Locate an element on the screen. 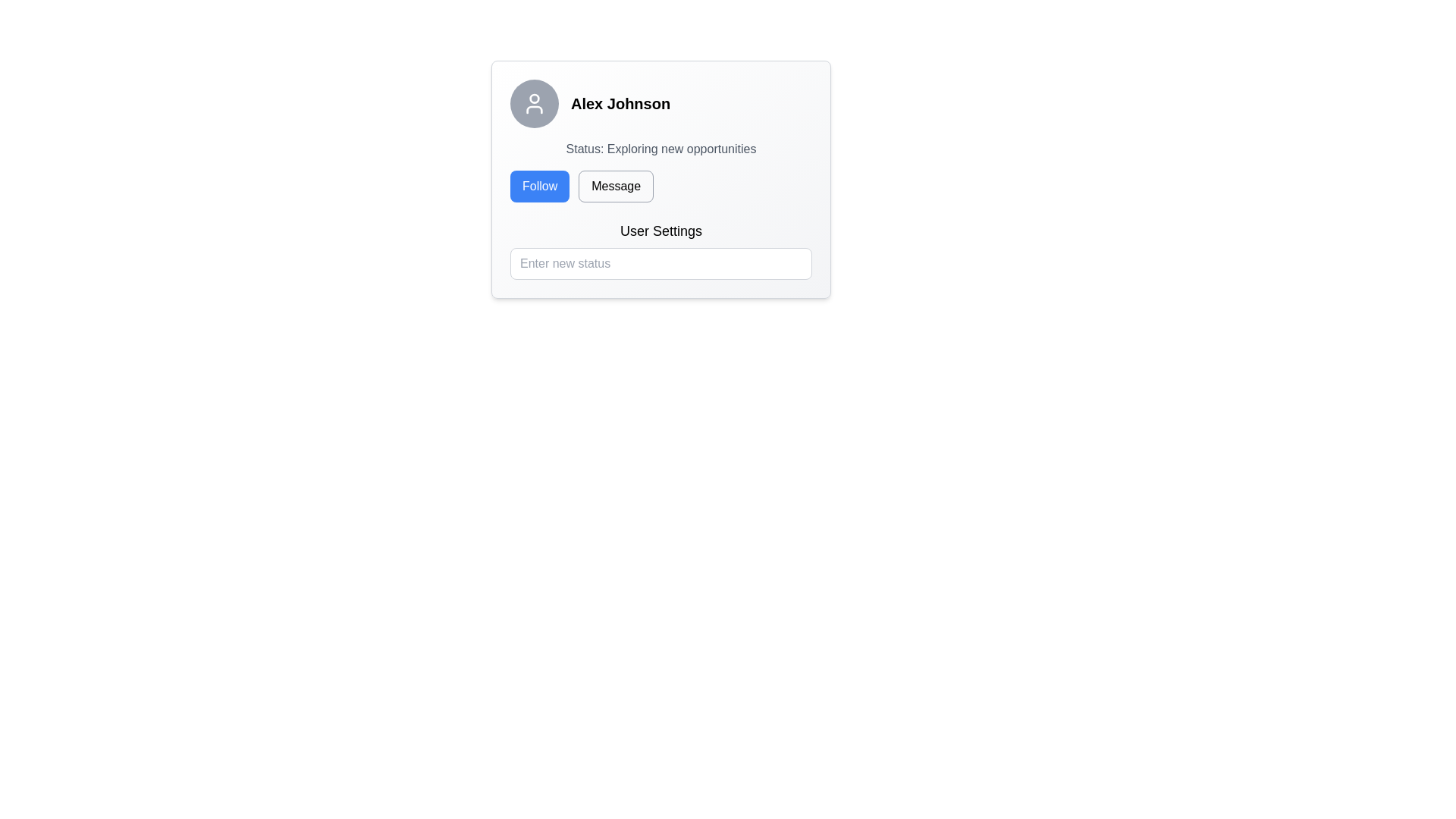  the follow button located at the top-left corner of the button group, which is below the user profile information section, to initiate a follow request is located at coordinates (539, 186).